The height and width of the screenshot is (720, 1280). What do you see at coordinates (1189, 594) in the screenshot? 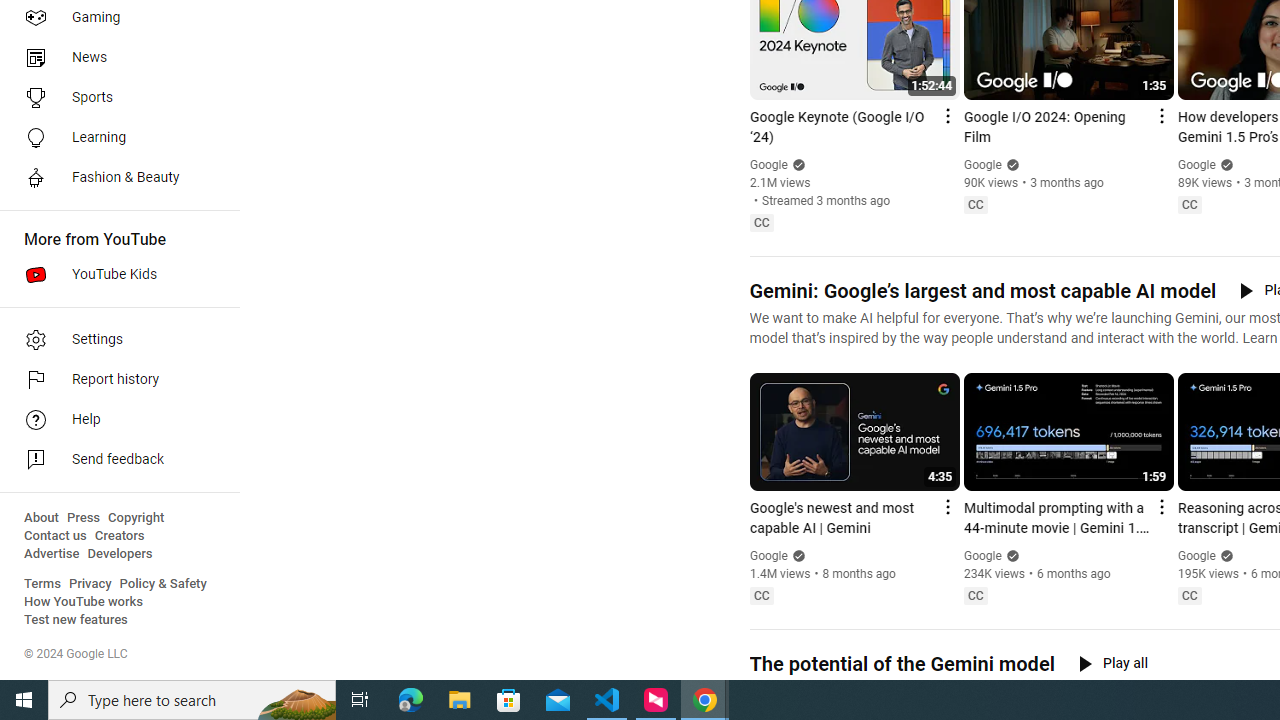
I see `'Closed captions'` at bounding box center [1189, 594].